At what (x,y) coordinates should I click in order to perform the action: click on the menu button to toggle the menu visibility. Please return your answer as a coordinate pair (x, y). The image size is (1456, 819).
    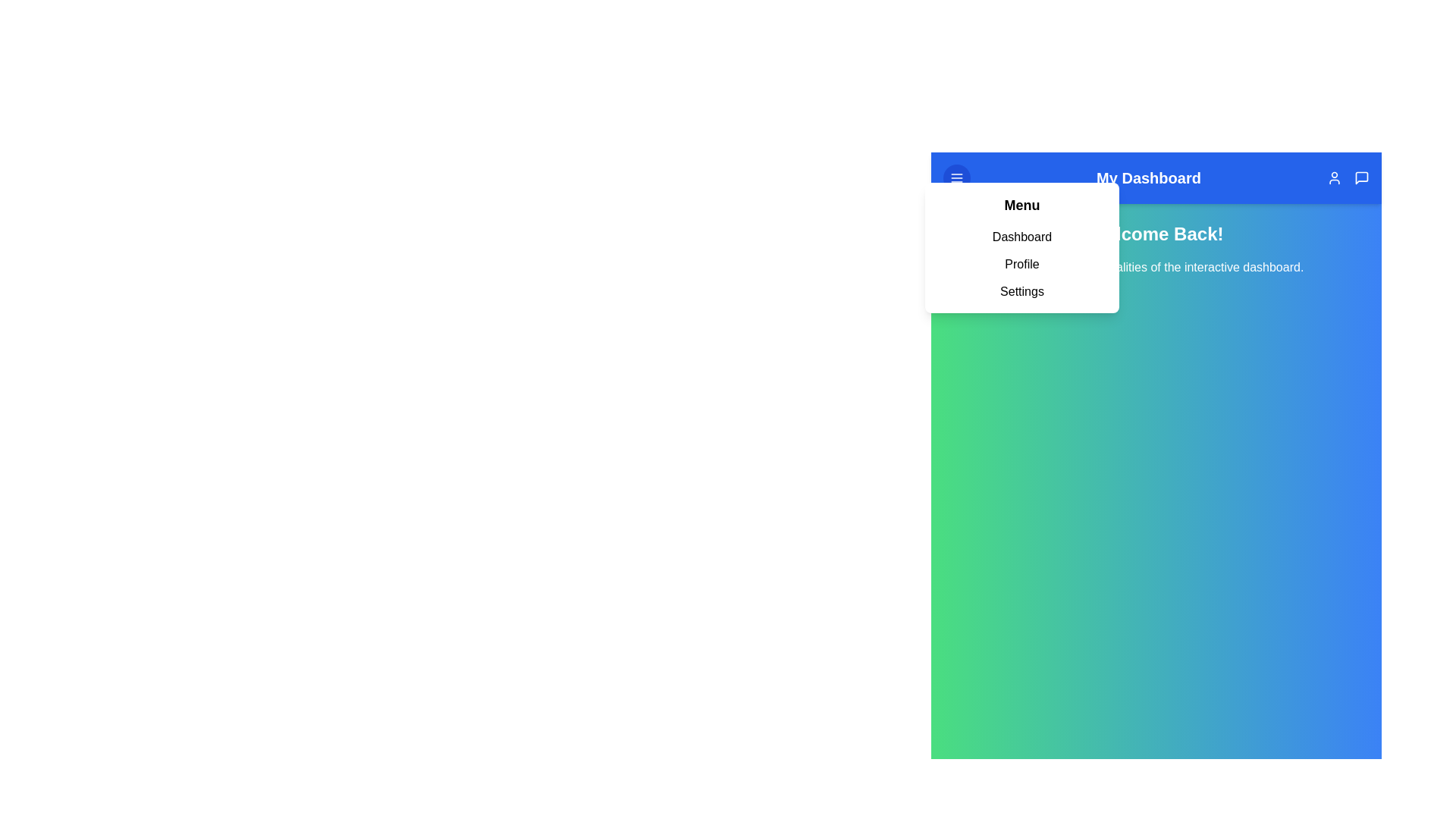
    Looking at the image, I should click on (956, 177).